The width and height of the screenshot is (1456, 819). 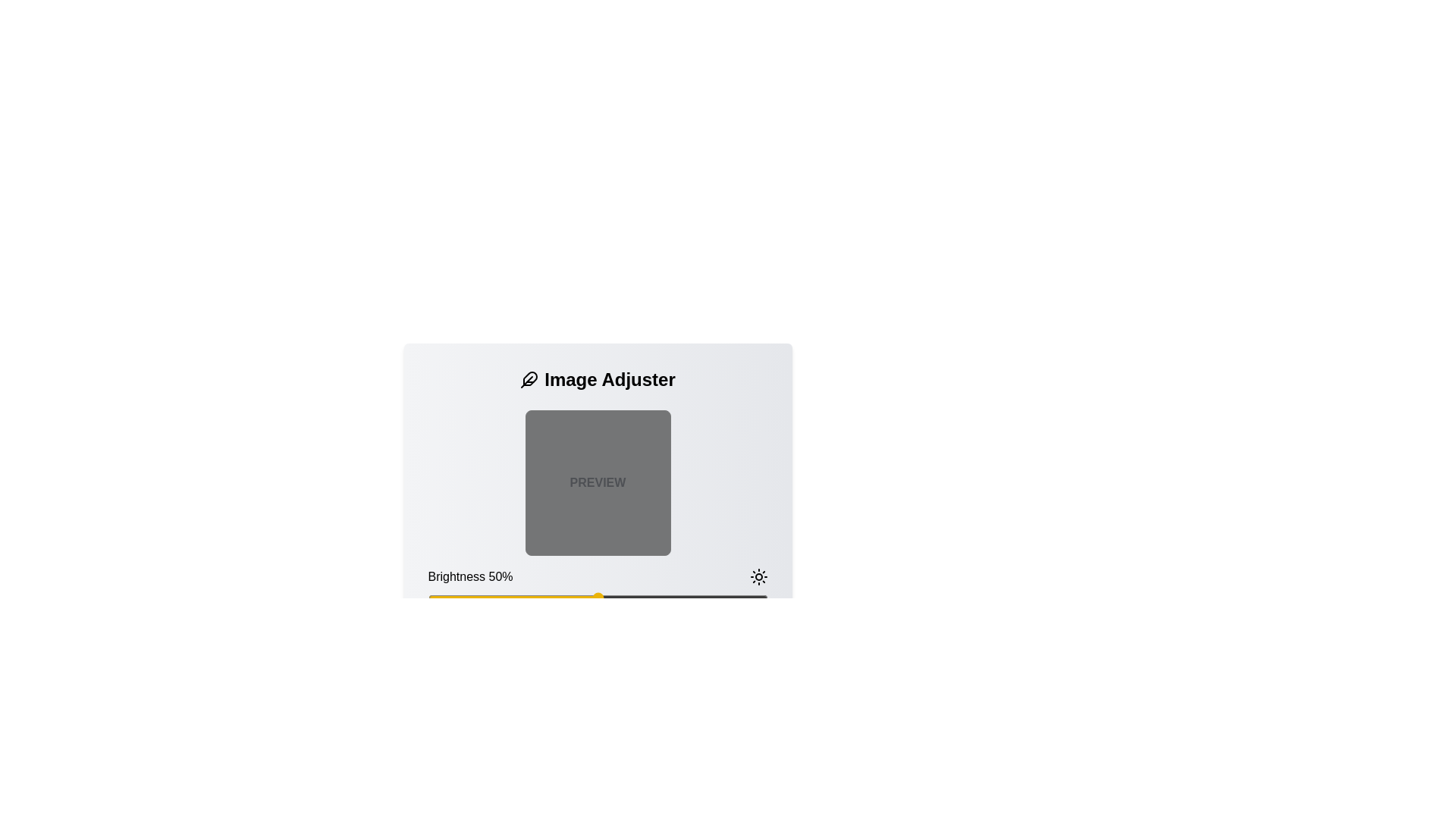 What do you see at coordinates (492, 598) in the screenshot?
I see `the slider` at bounding box center [492, 598].